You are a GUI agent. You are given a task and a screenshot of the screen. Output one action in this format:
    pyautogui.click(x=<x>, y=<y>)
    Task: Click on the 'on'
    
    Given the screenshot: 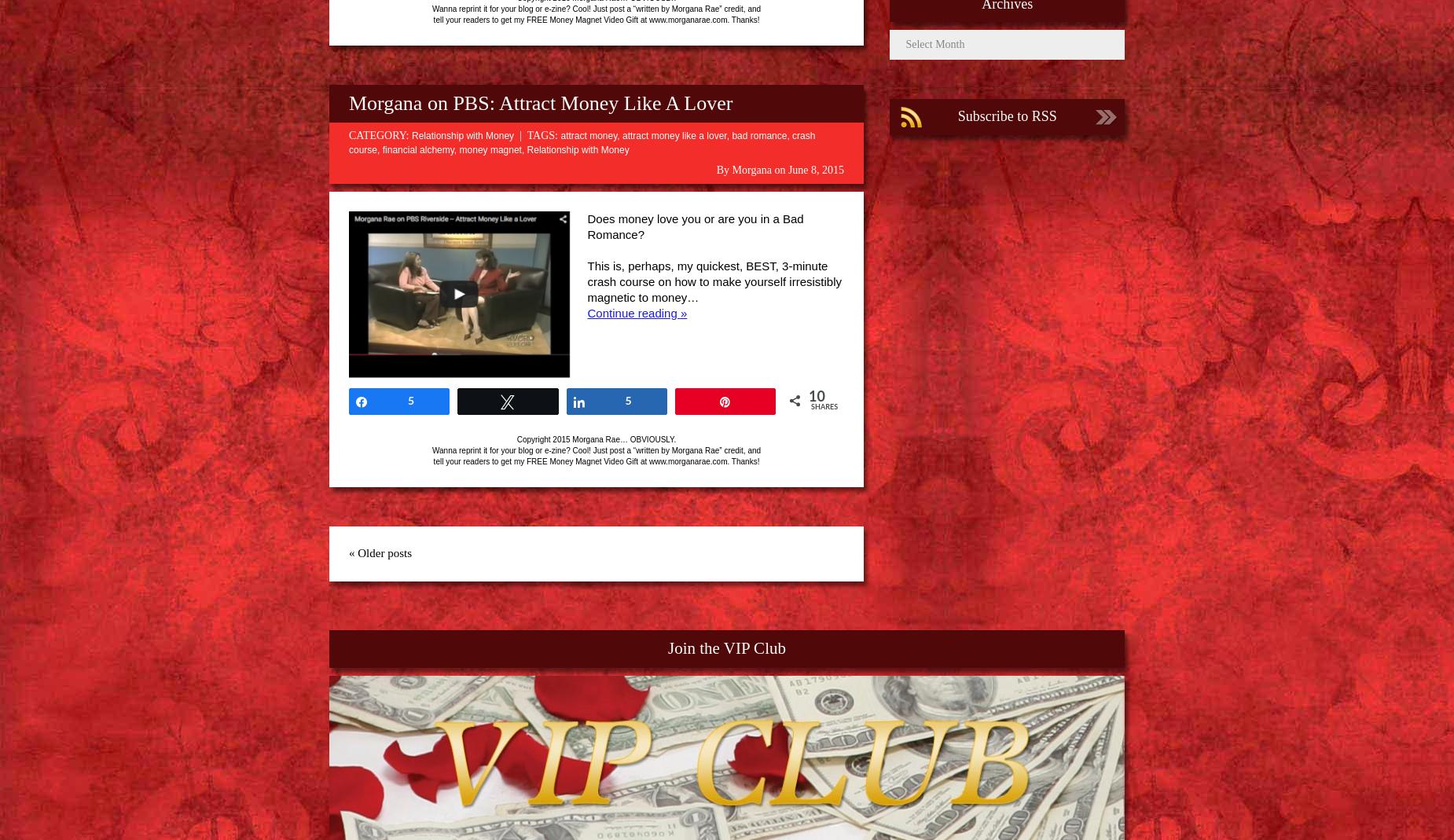 What is the action you would take?
    pyautogui.click(x=778, y=169)
    